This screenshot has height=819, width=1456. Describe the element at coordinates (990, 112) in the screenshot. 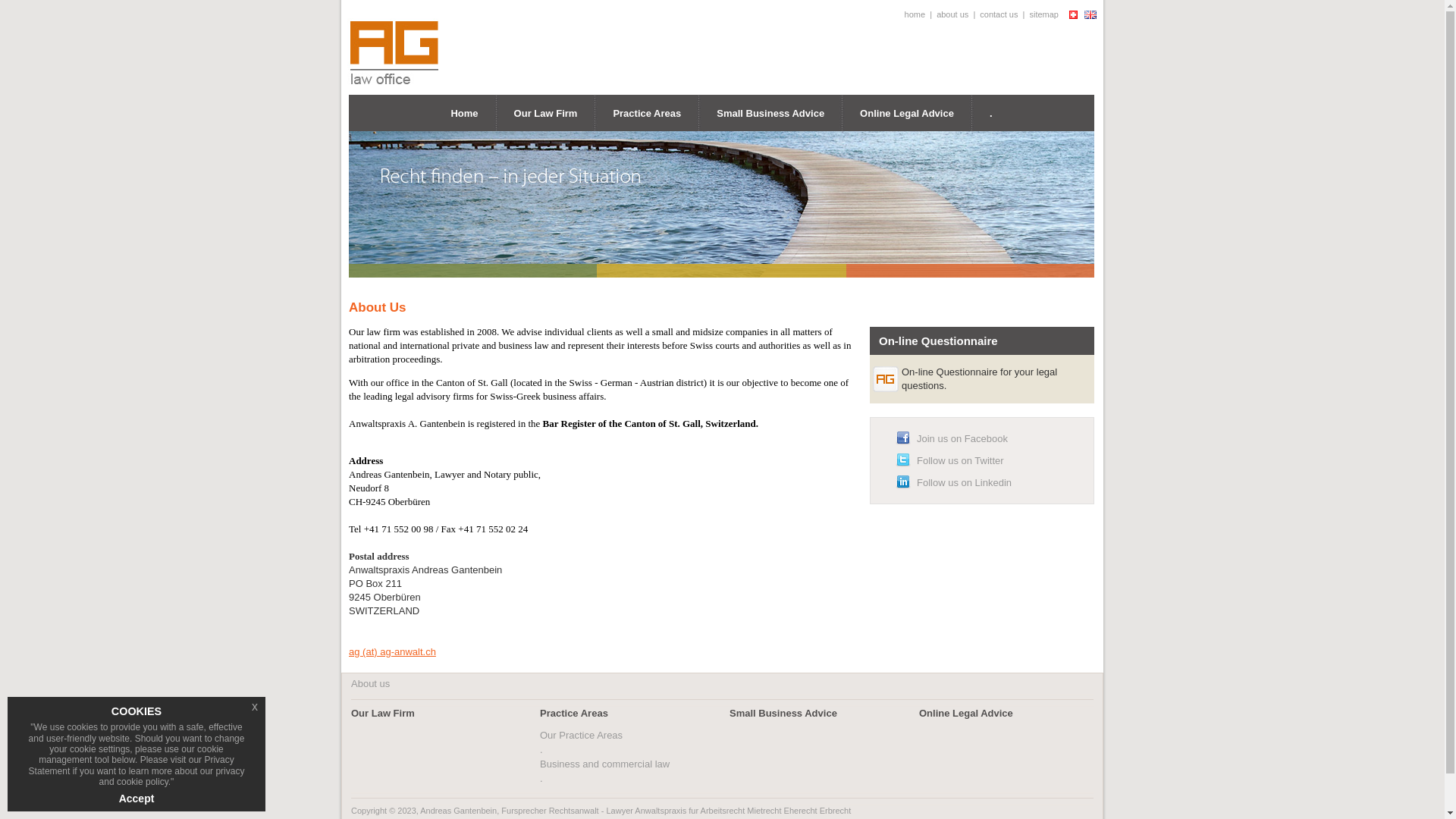

I see `'.'` at that location.